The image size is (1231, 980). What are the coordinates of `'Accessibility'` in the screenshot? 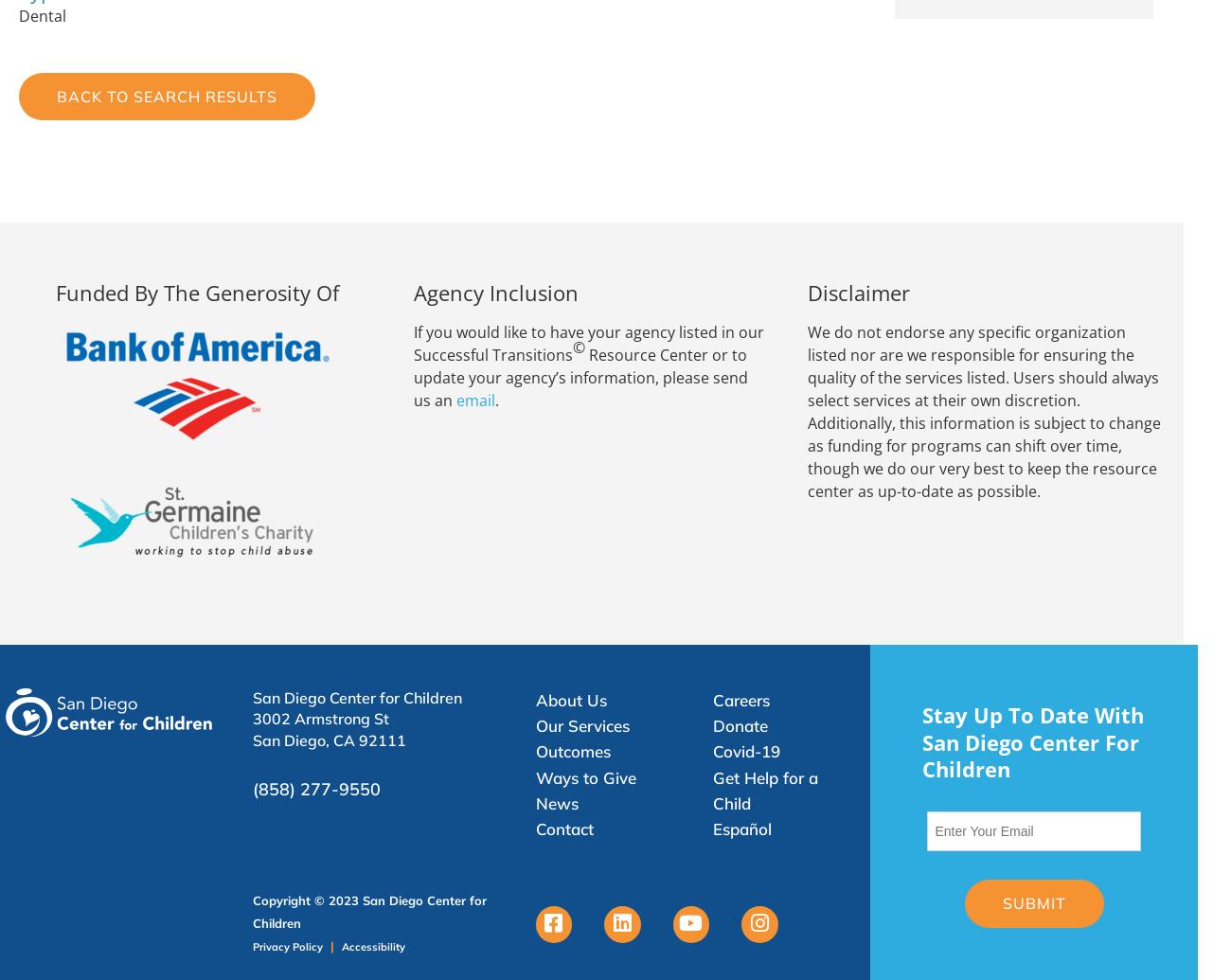 It's located at (372, 944).